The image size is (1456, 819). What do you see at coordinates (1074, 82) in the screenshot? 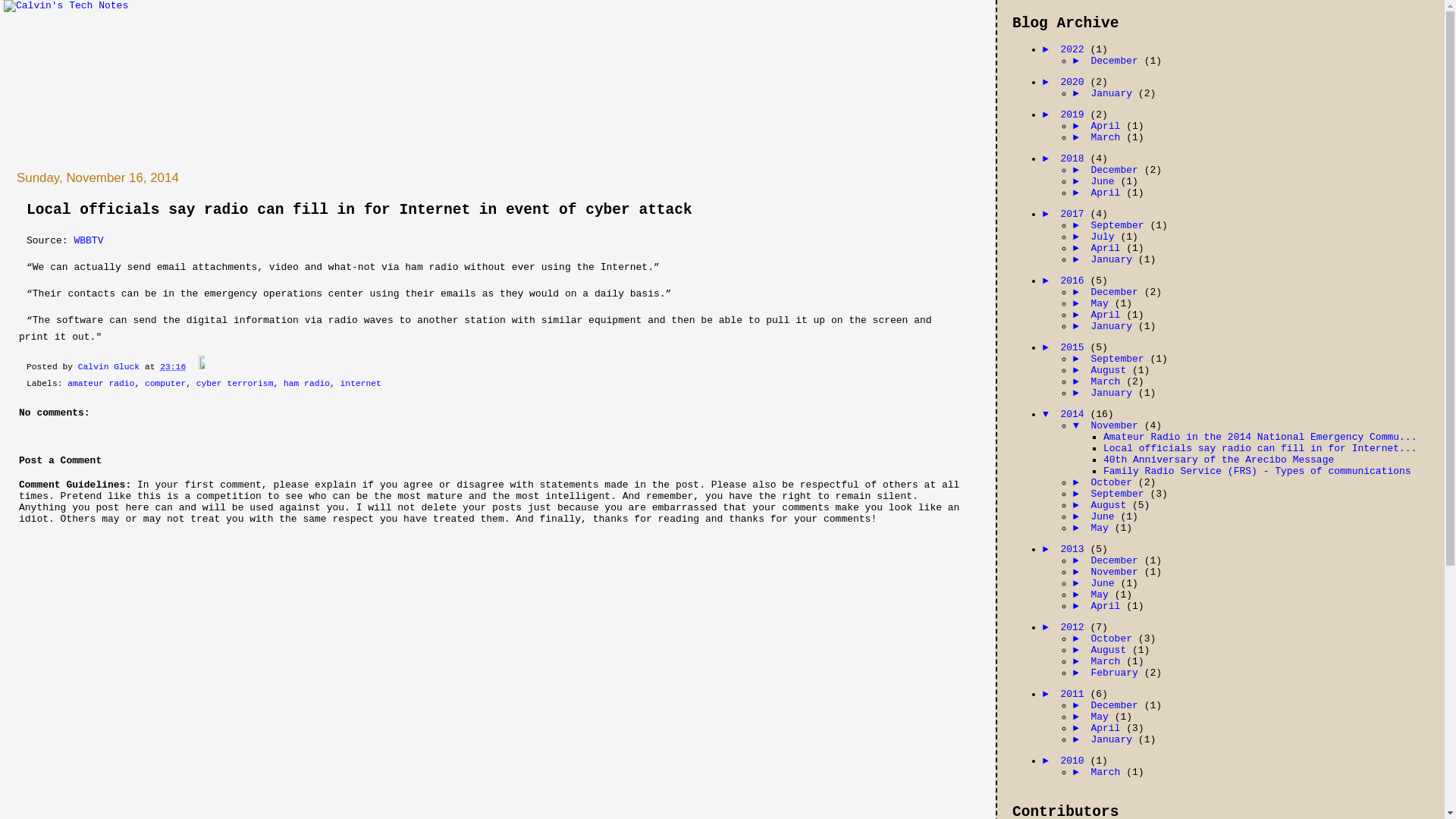
I see `'2020'` at bounding box center [1074, 82].